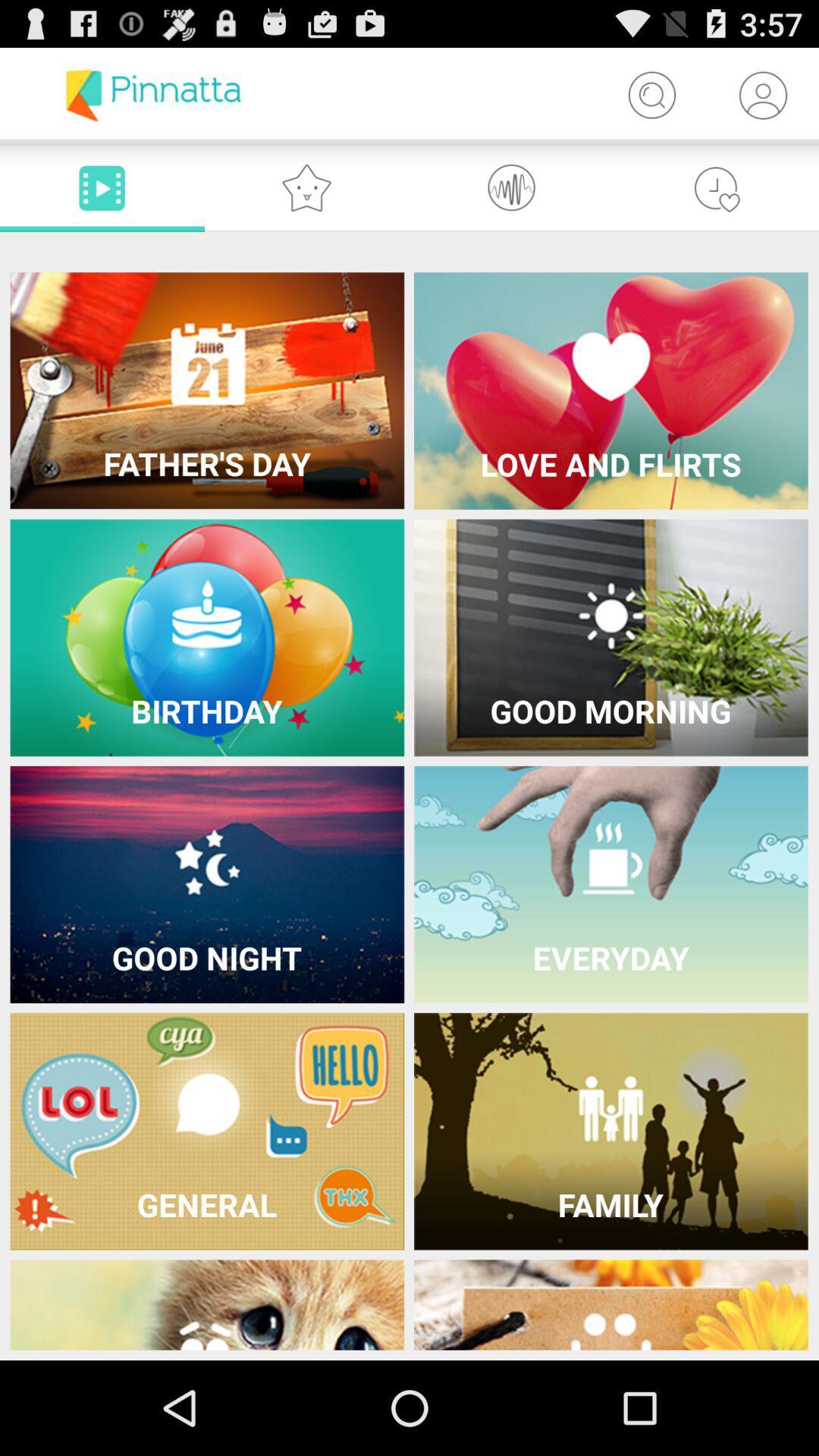 The width and height of the screenshot is (819, 1456). What do you see at coordinates (610, 638) in the screenshot?
I see `fourth image from top` at bounding box center [610, 638].